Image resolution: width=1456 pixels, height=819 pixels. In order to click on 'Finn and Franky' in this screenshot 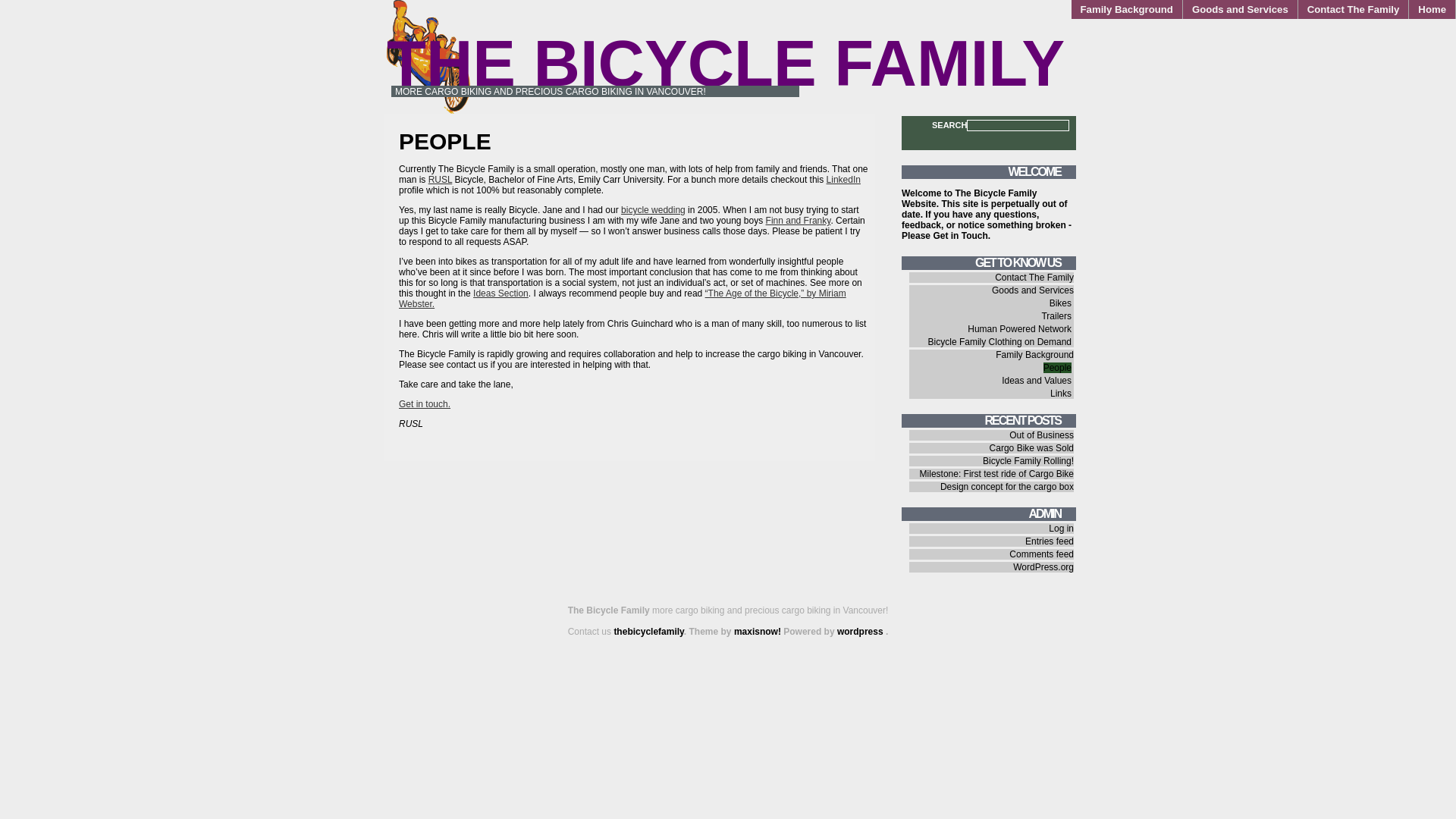, I will do `click(797, 220)`.